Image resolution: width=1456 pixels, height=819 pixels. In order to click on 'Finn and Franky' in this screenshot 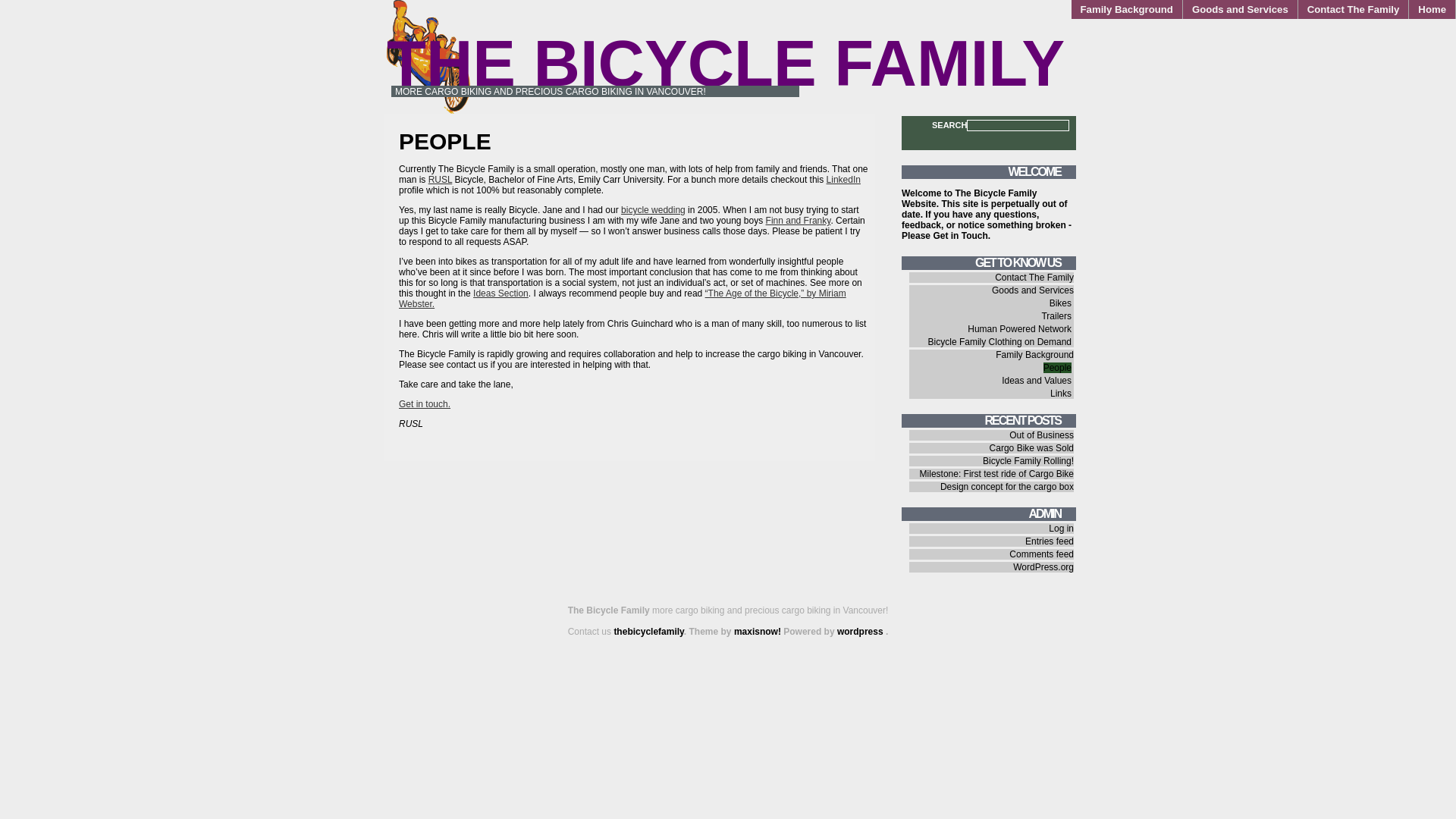, I will do `click(797, 220)`.